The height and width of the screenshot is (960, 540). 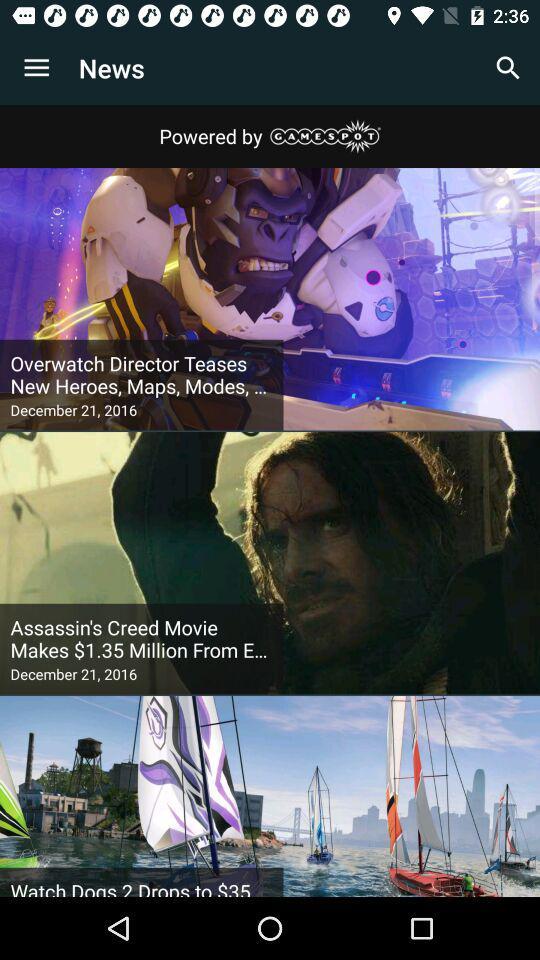 I want to click on the app next to news, so click(x=36, y=68).